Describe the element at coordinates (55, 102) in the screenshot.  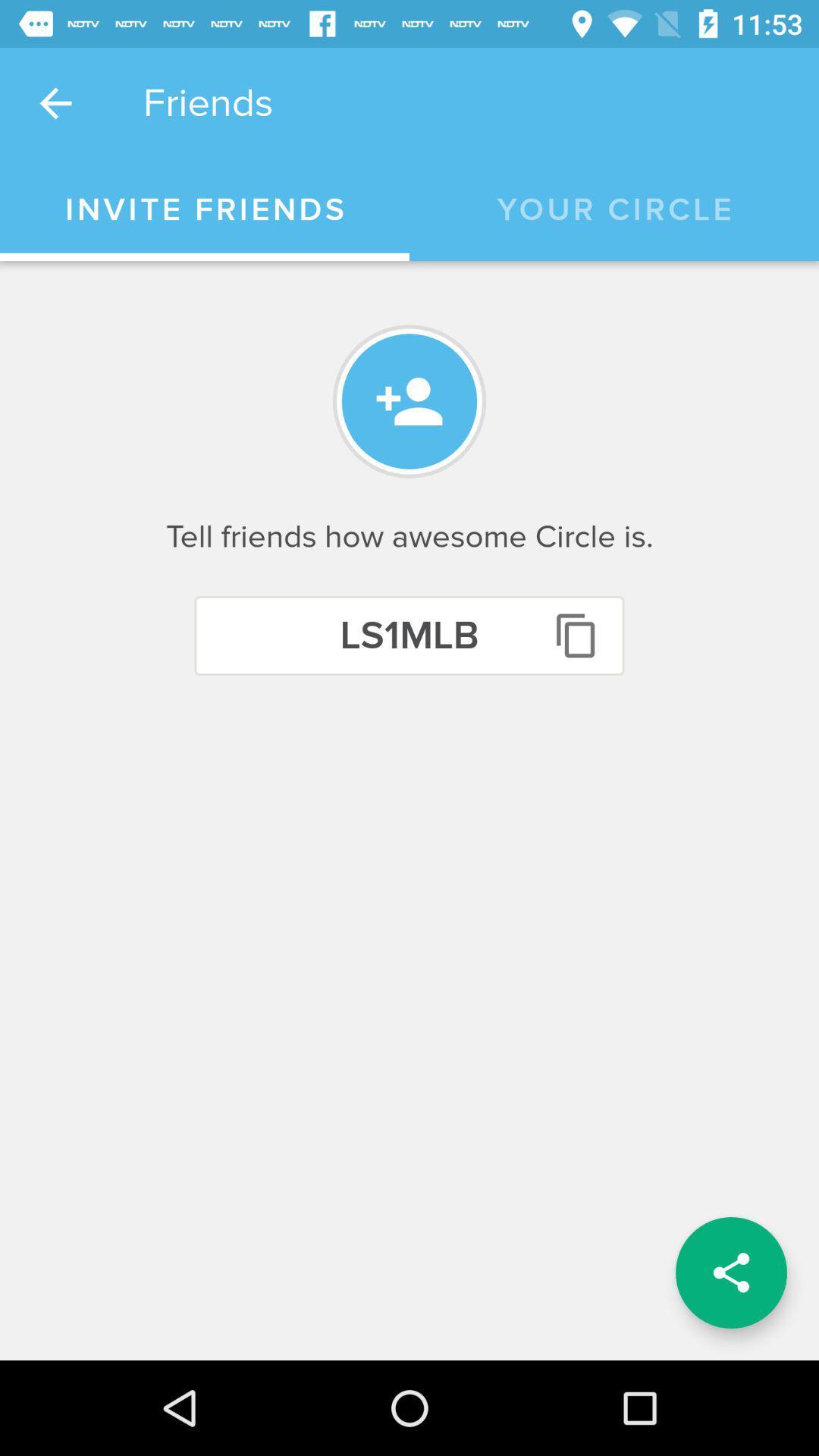
I see `the icon next to the friends icon` at that location.